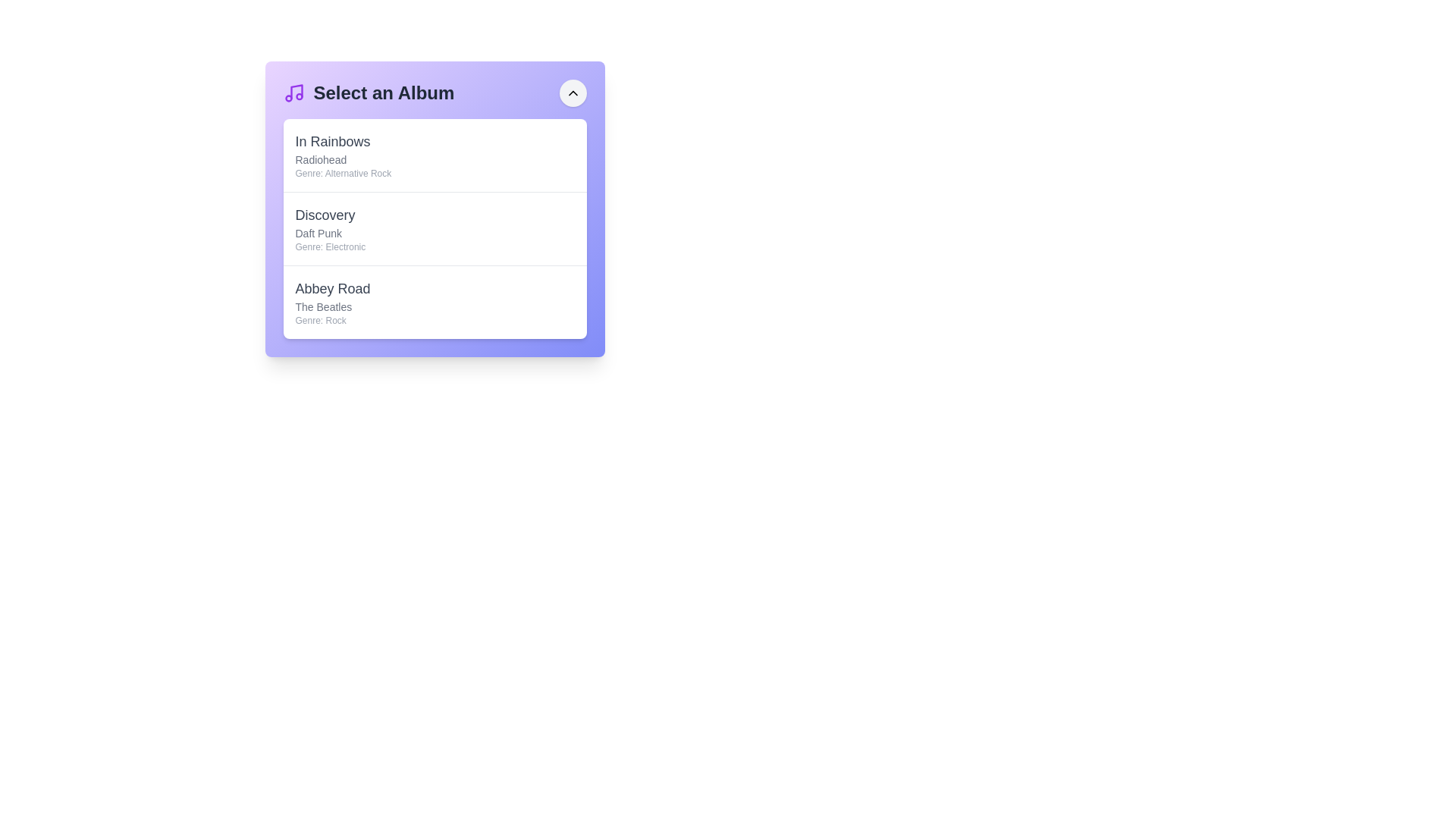 This screenshot has width=1456, height=819. Describe the element at coordinates (329, 234) in the screenshot. I see `the label displaying the text 'Daft Punk', which is positioned below the 'Discovery' title and above the 'Genre: Electronic' text in a vertically arranged album entry` at that location.